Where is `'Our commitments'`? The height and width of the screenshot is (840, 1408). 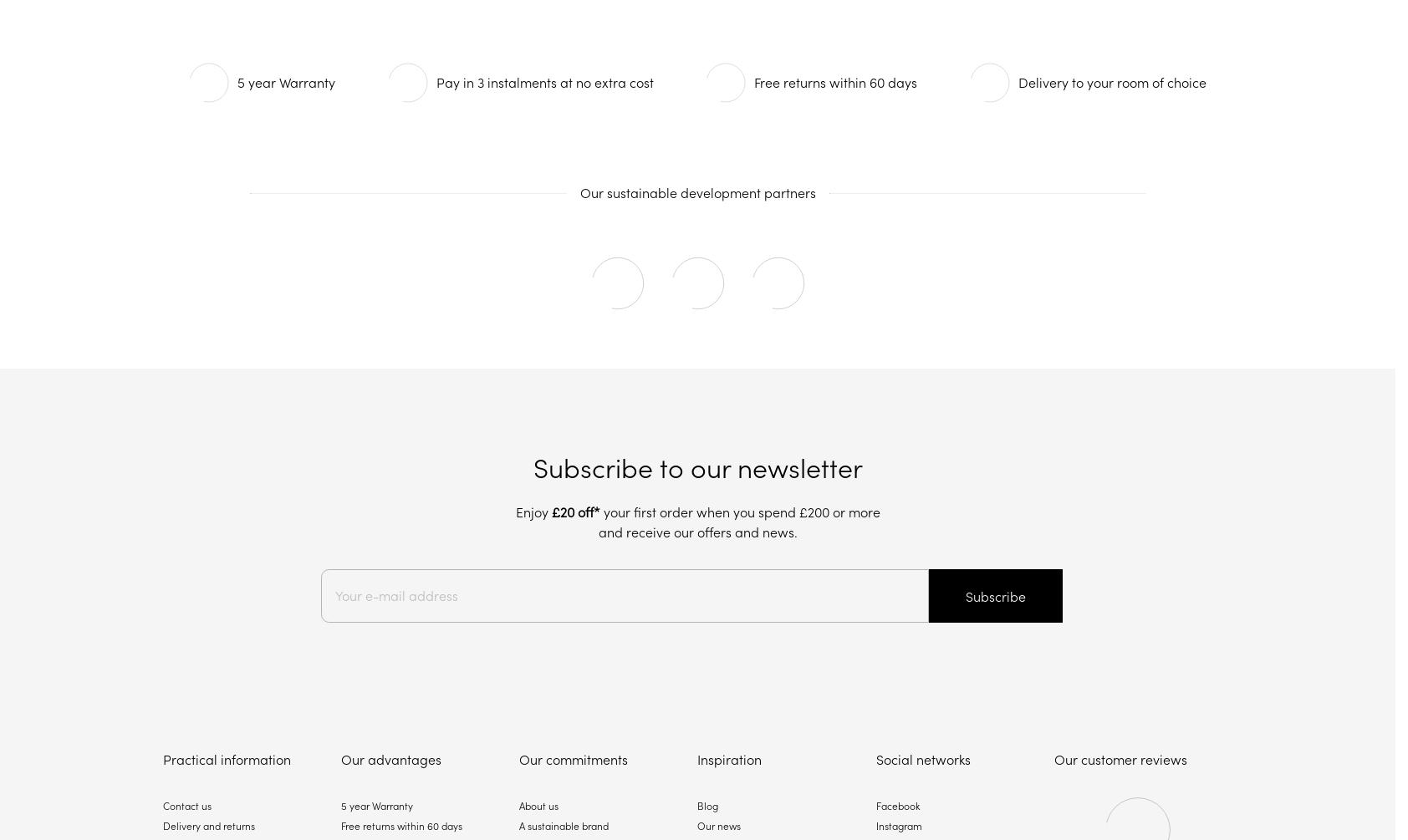
'Our commitments' is located at coordinates (574, 759).